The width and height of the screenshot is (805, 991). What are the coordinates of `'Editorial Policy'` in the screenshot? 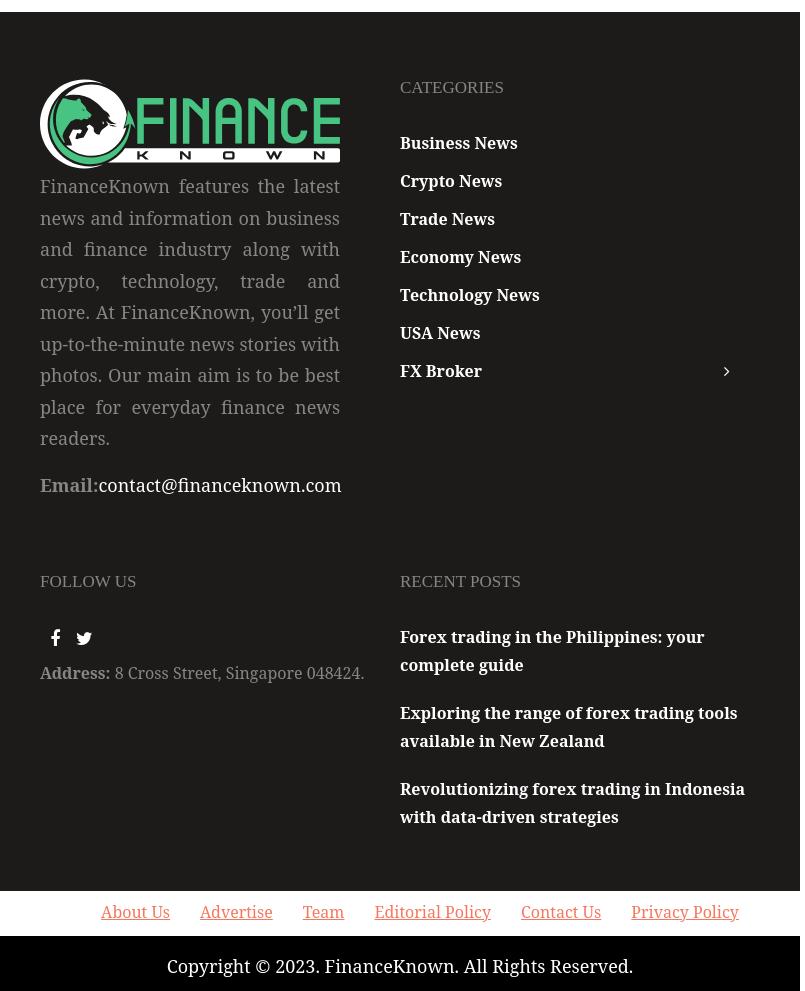 It's located at (374, 910).